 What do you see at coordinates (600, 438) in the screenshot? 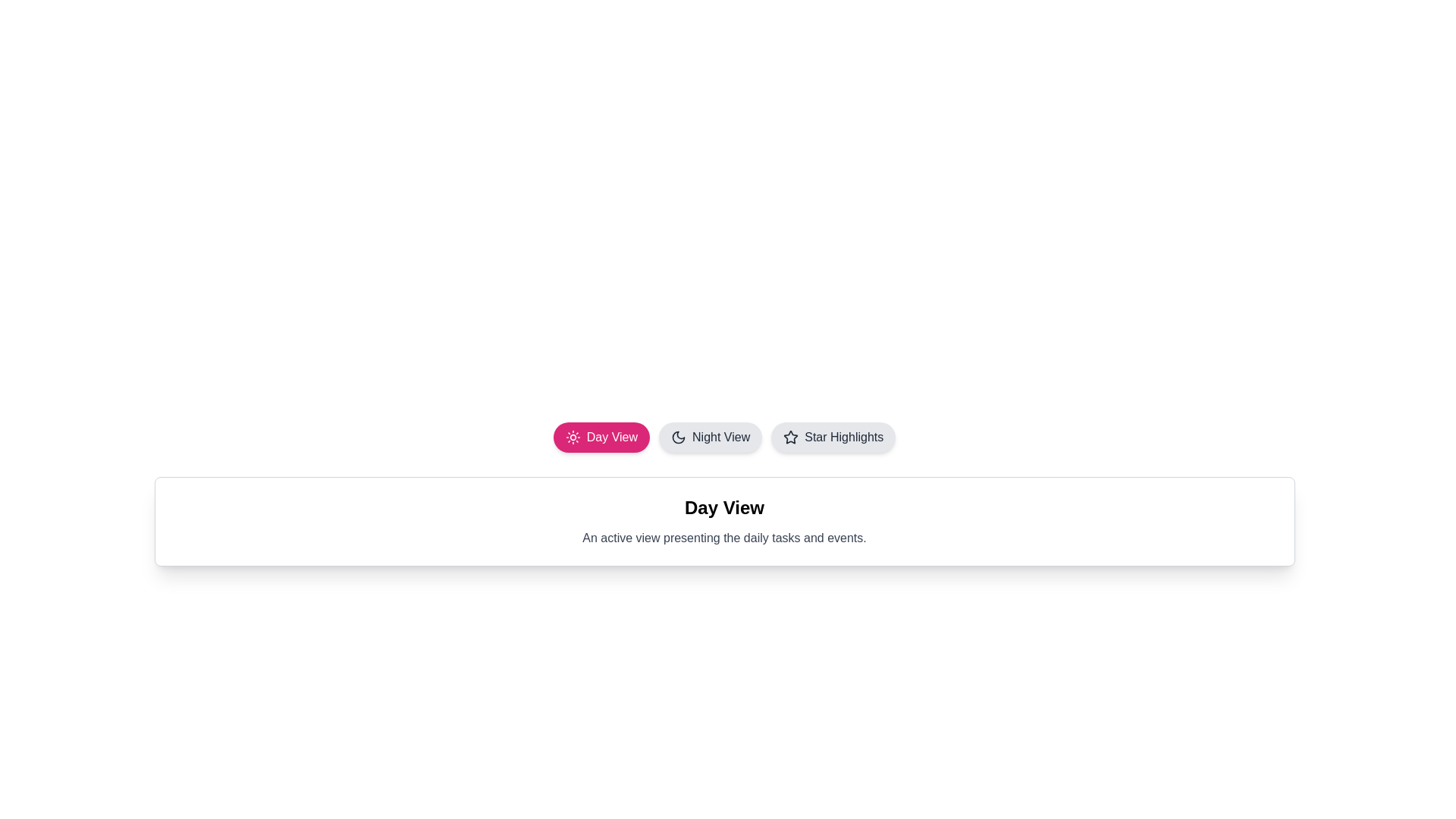
I see `the tab button labeled 'Day View'` at bounding box center [600, 438].